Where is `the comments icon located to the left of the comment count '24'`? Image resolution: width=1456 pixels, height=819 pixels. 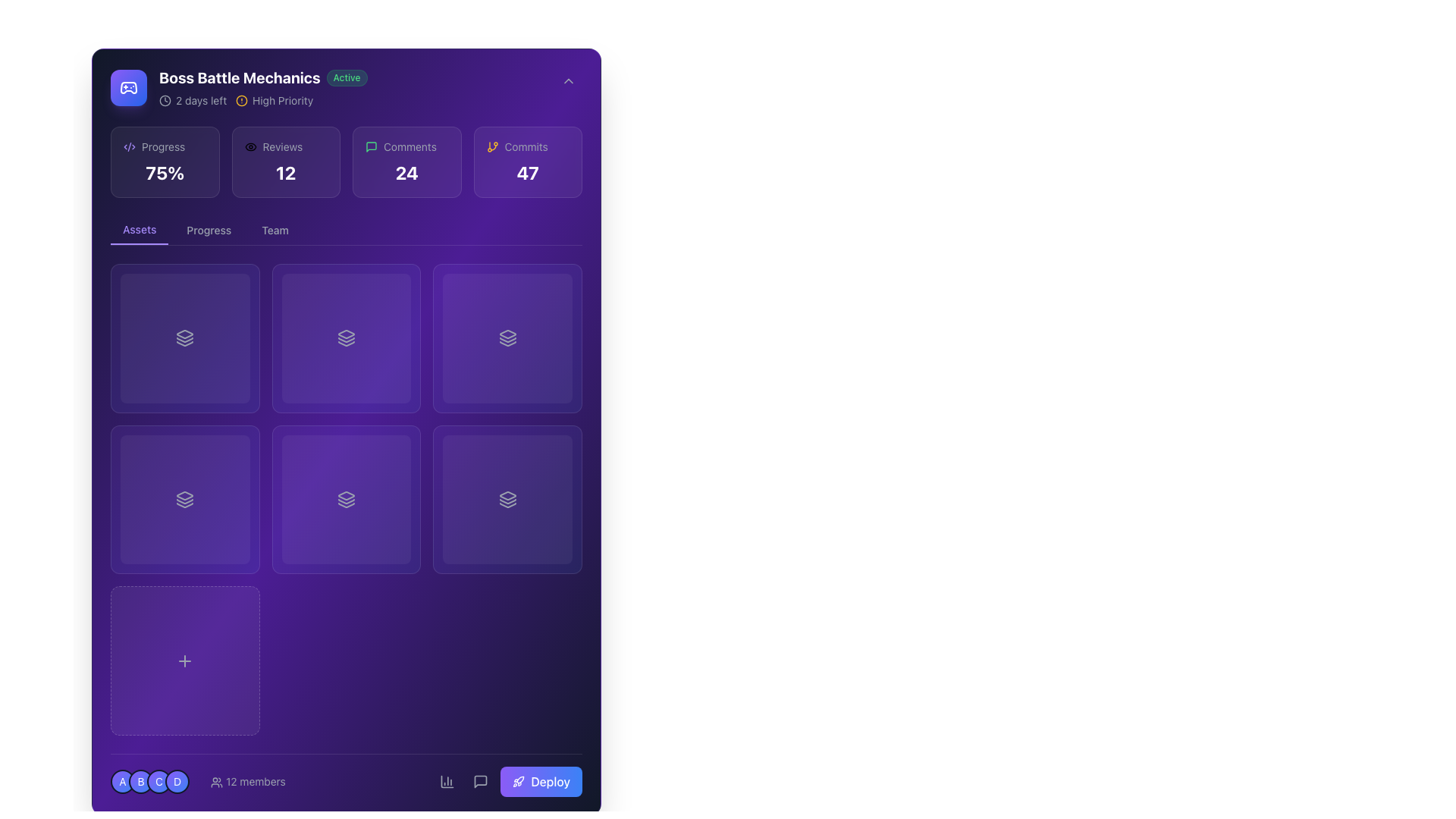 the comments icon located to the left of the comment count '24' is located at coordinates (371, 146).